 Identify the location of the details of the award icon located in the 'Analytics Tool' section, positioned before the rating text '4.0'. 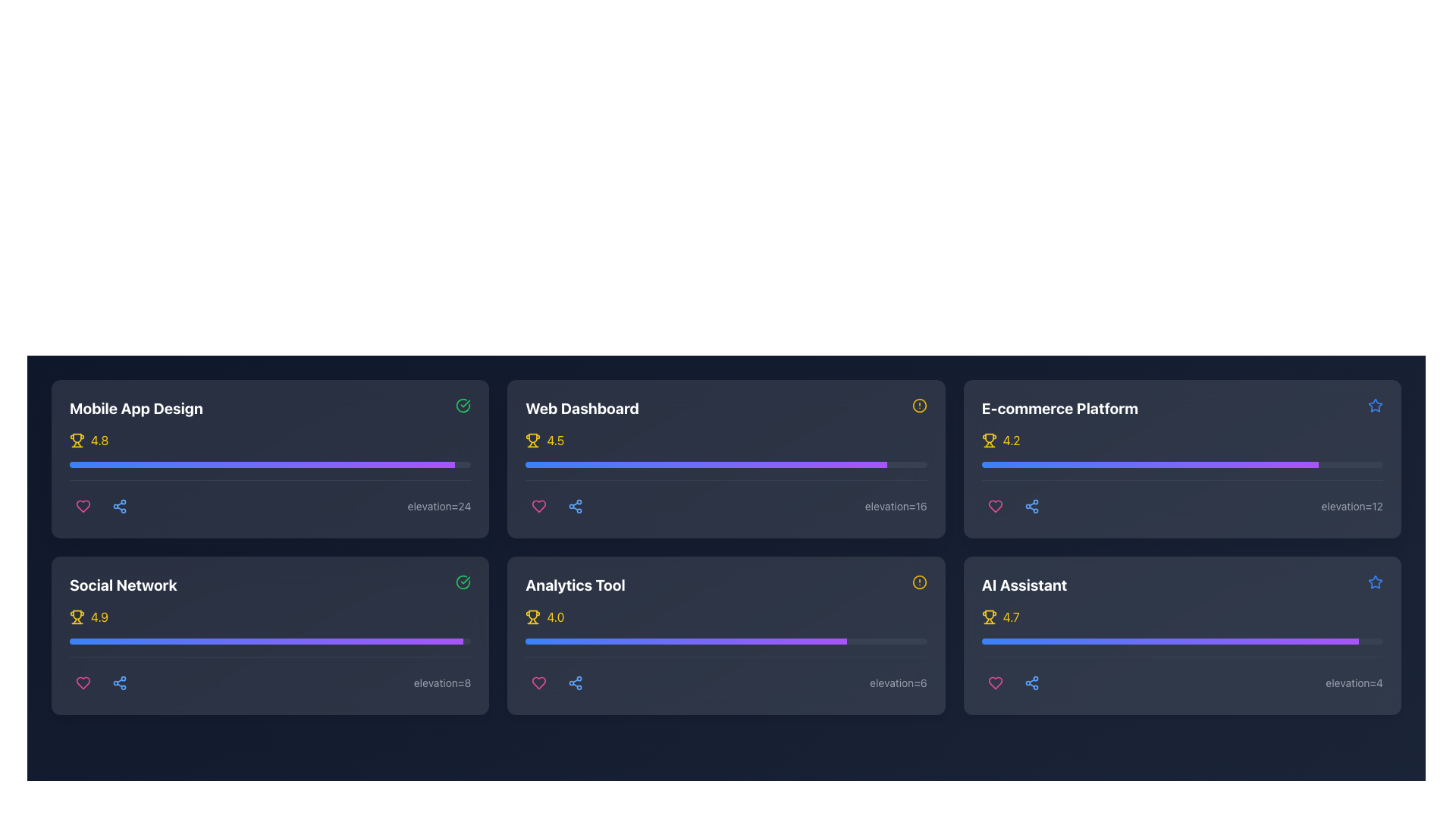
(533, 617).